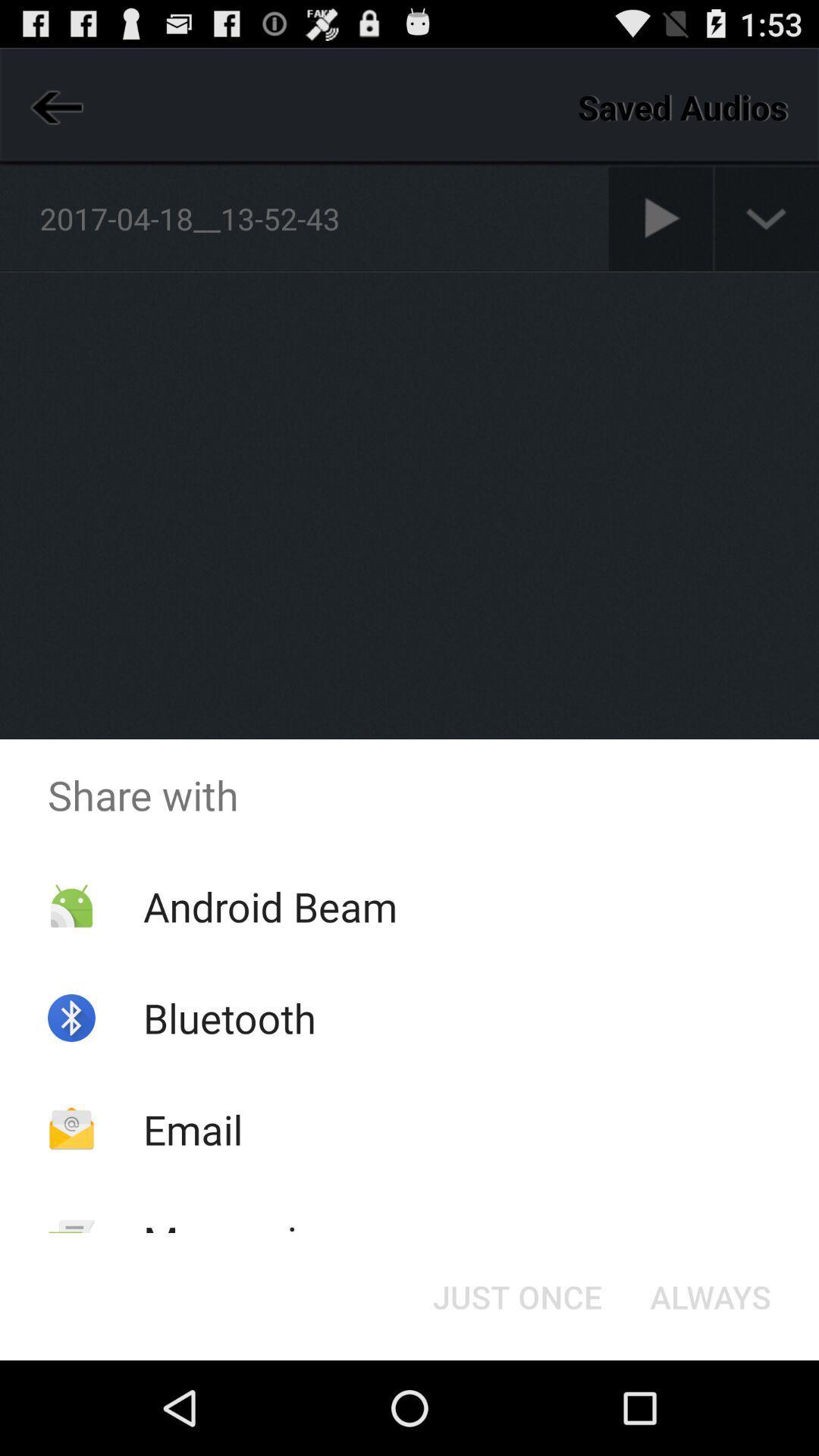 Image resolution: width=819 pixels, height=1456 pixels. I want to click on just once, so click(516, 1295).